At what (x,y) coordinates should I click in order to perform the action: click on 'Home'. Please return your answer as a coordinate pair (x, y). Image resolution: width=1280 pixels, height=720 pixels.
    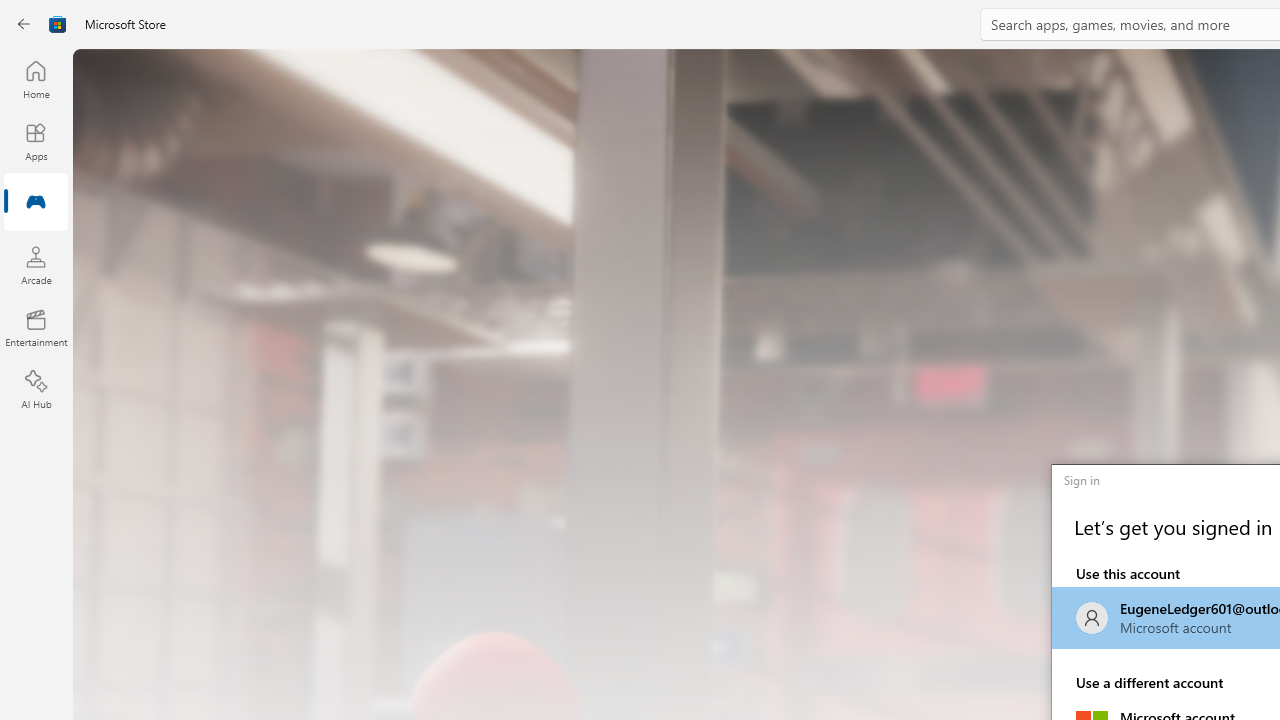
    Looking at the image, I should click on (35, 78).